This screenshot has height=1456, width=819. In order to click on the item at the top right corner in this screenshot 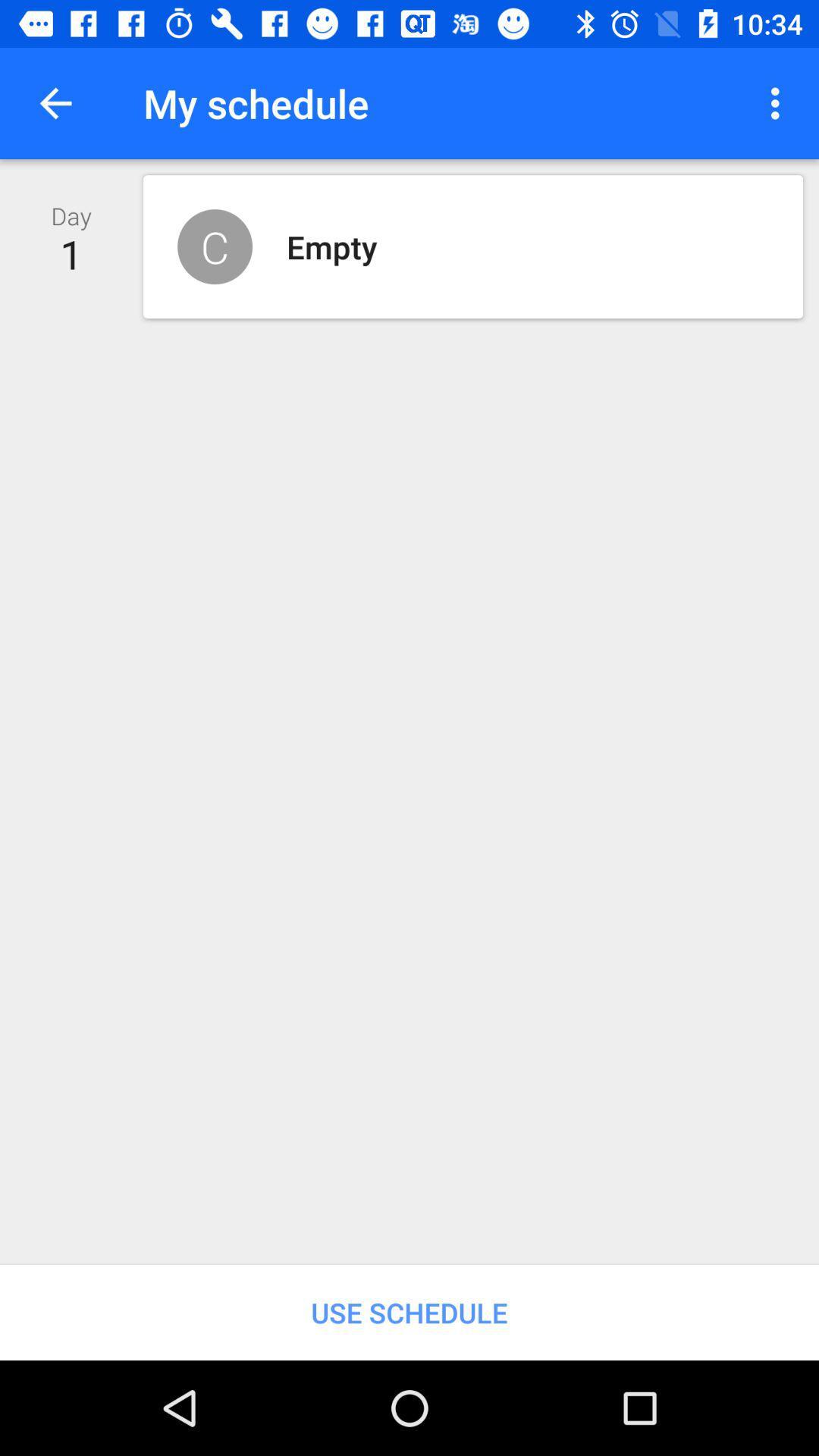, I will do `click(779, 102)`.